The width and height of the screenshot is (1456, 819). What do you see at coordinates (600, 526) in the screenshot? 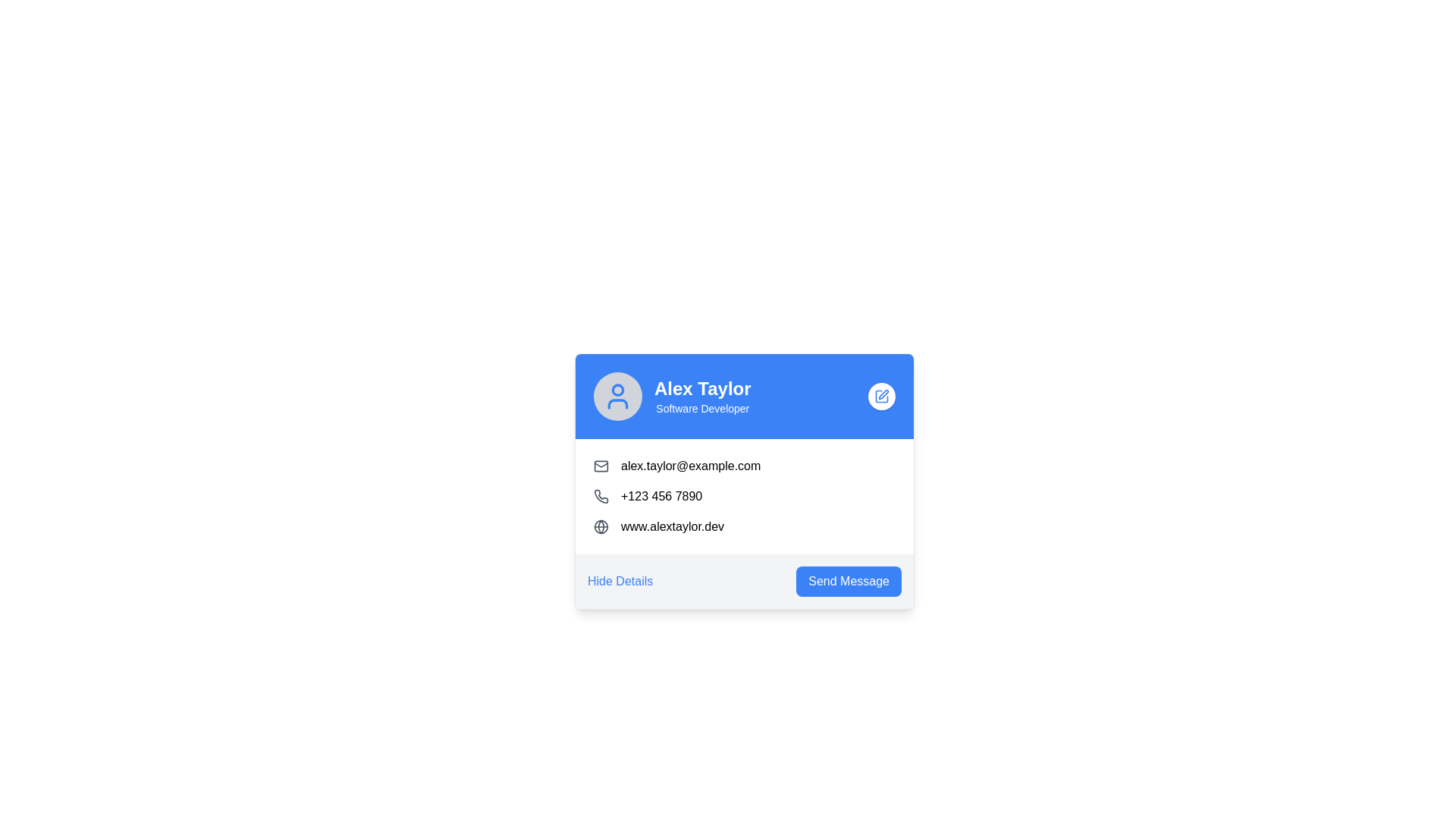
I see `the web globe icon located in the contact details section, which is positioned to the left of the text 'www.alextaylor.dev'` at bounding box center [600, 526].